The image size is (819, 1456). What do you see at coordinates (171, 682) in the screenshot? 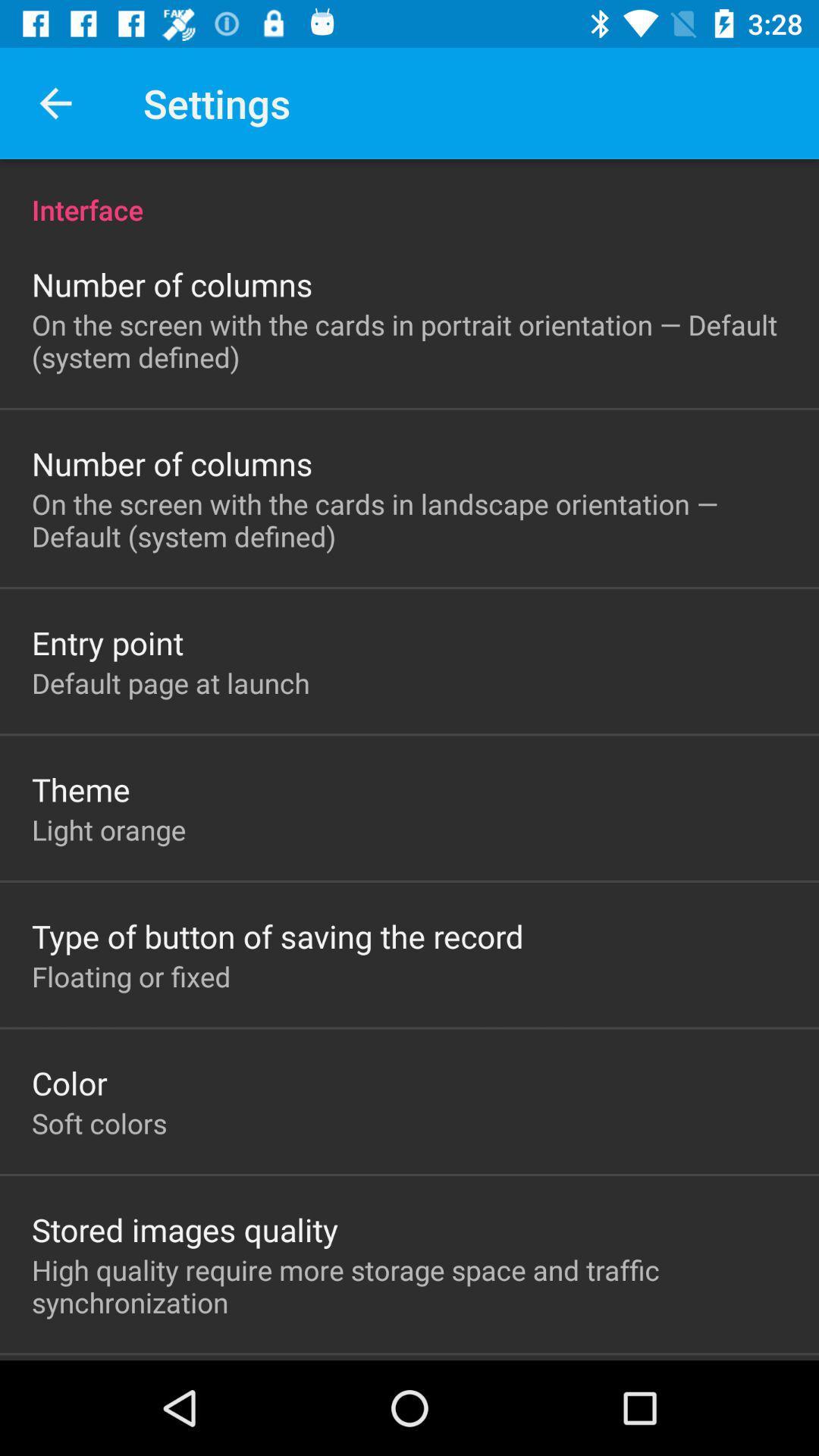
I see `the icon below entry point item` at bounding box center [171, 682].